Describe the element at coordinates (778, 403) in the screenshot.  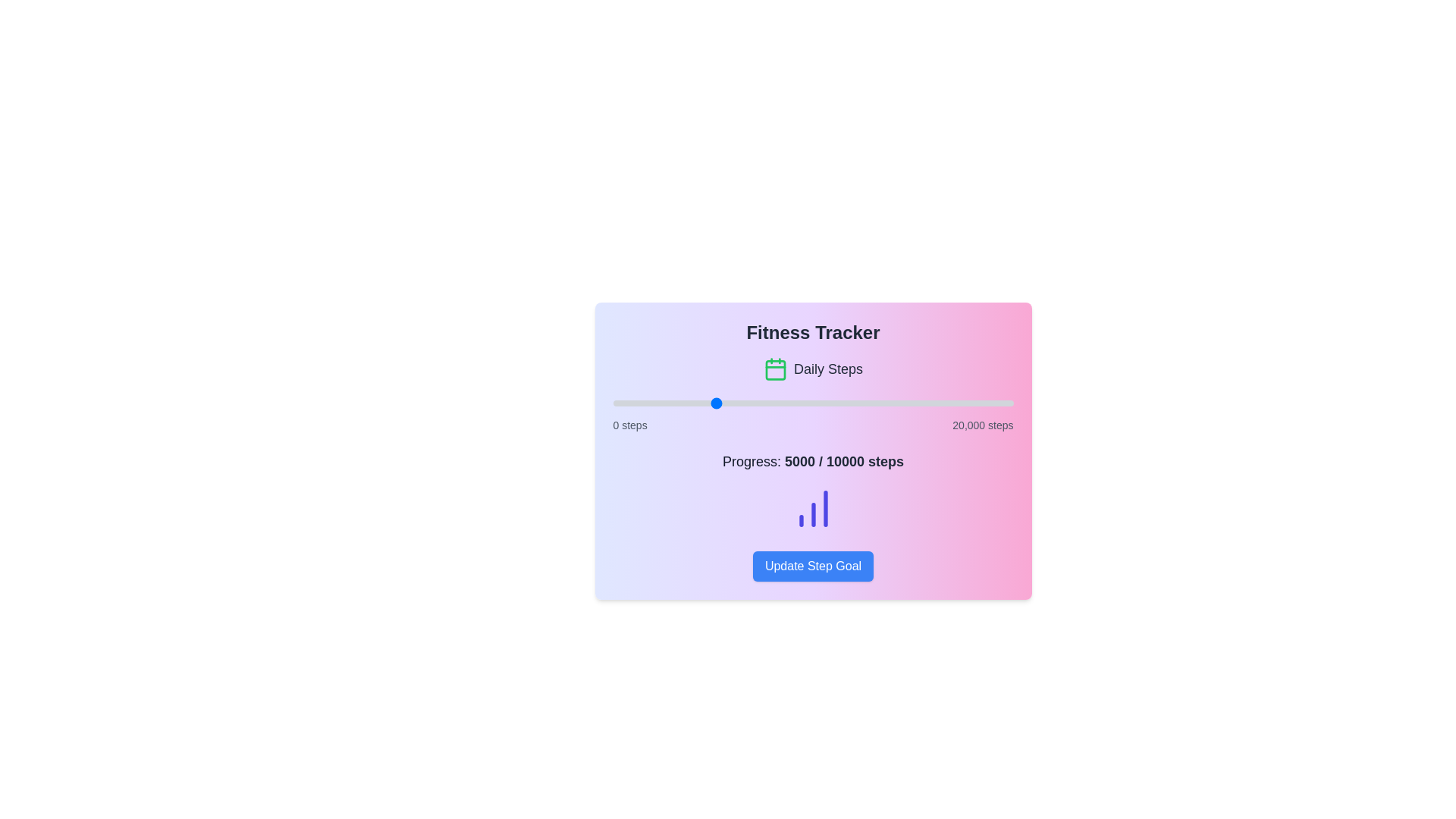
I see `the step progress slider to set the step count to 8273` at that location.